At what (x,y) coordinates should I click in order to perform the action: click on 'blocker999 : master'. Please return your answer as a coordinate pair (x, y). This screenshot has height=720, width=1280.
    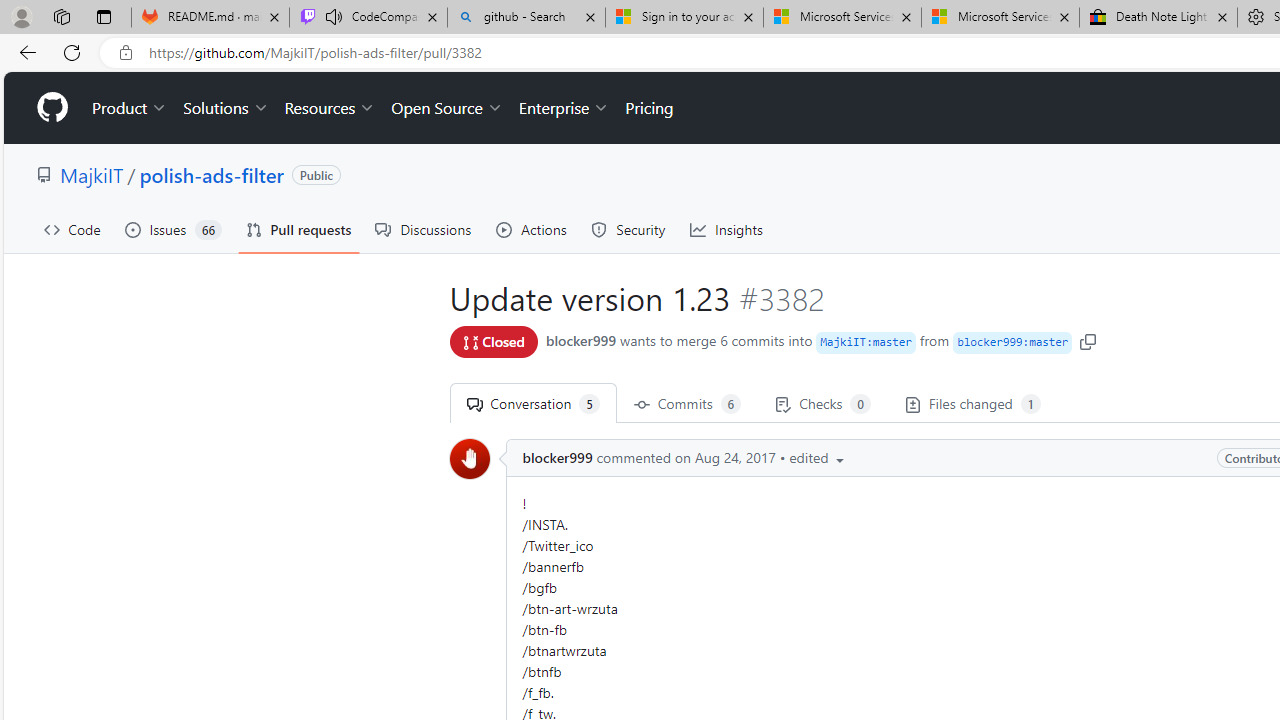
    Looking at the image, I should click on (1013, 342).